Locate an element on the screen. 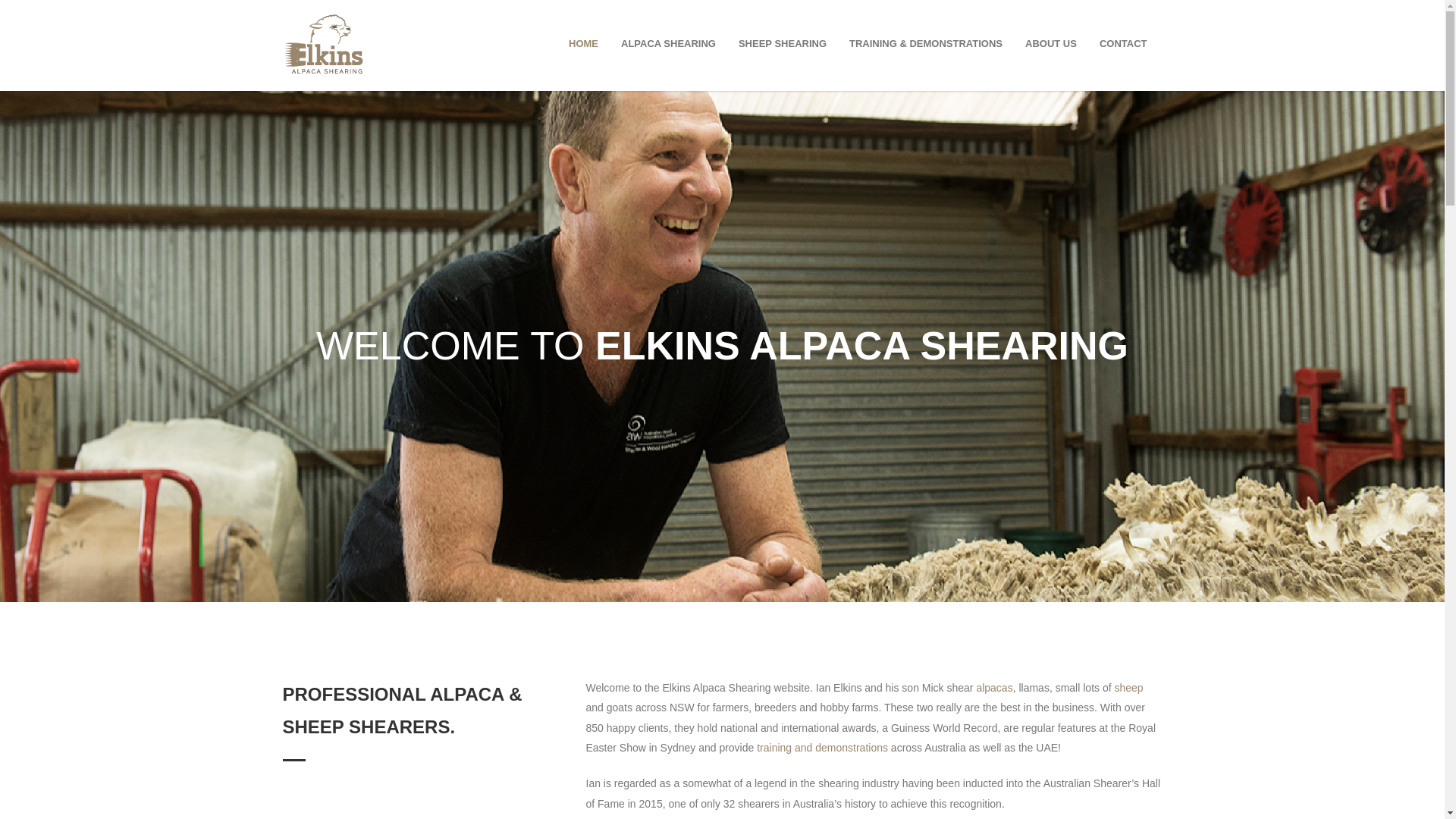  'CONTACT' is located at coordinates (1087, 42).